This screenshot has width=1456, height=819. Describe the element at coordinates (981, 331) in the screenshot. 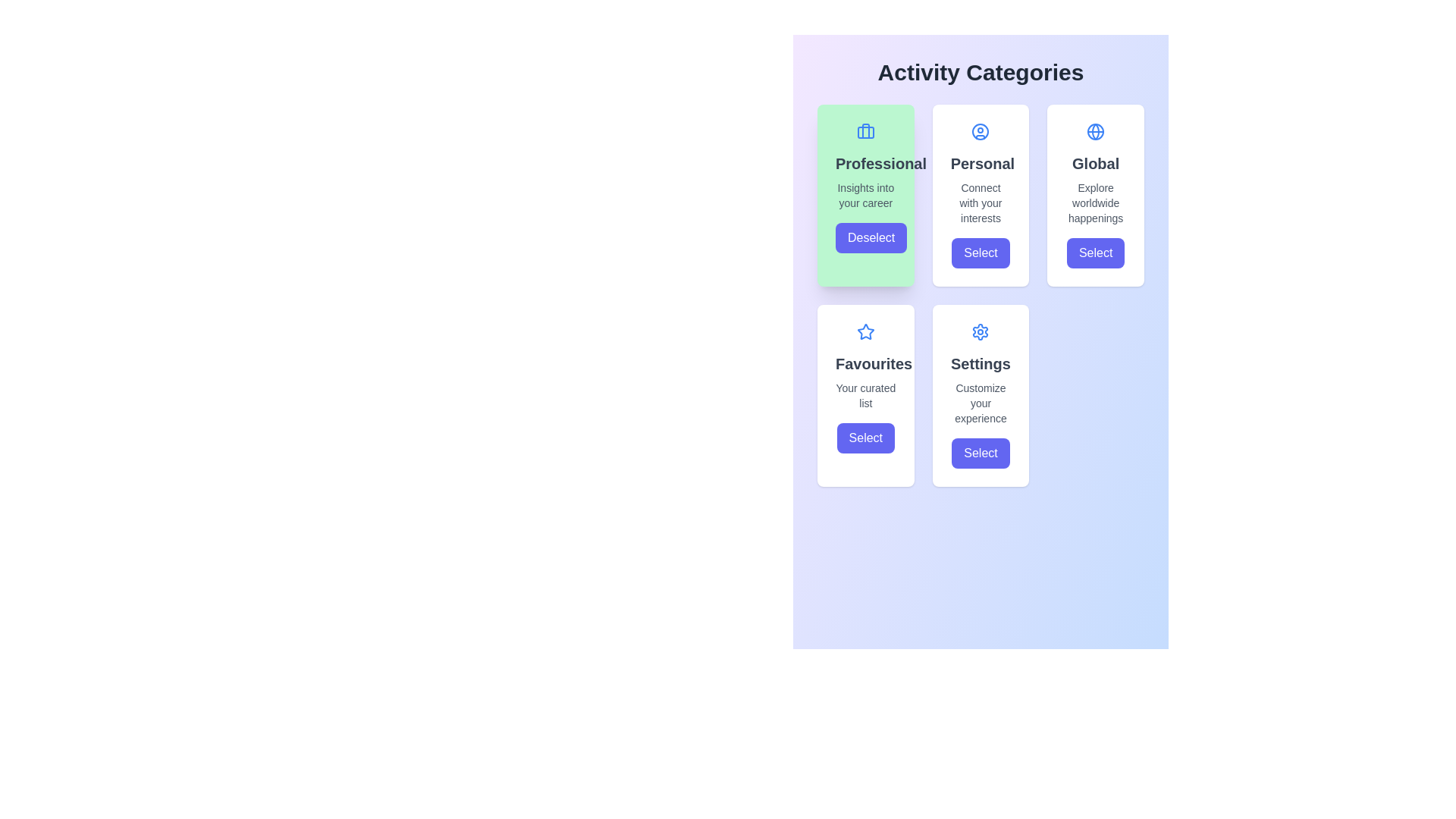

I see `the blue gear-like icon representing settings, located at the top center of the card labeled 'Settings'` at that location.